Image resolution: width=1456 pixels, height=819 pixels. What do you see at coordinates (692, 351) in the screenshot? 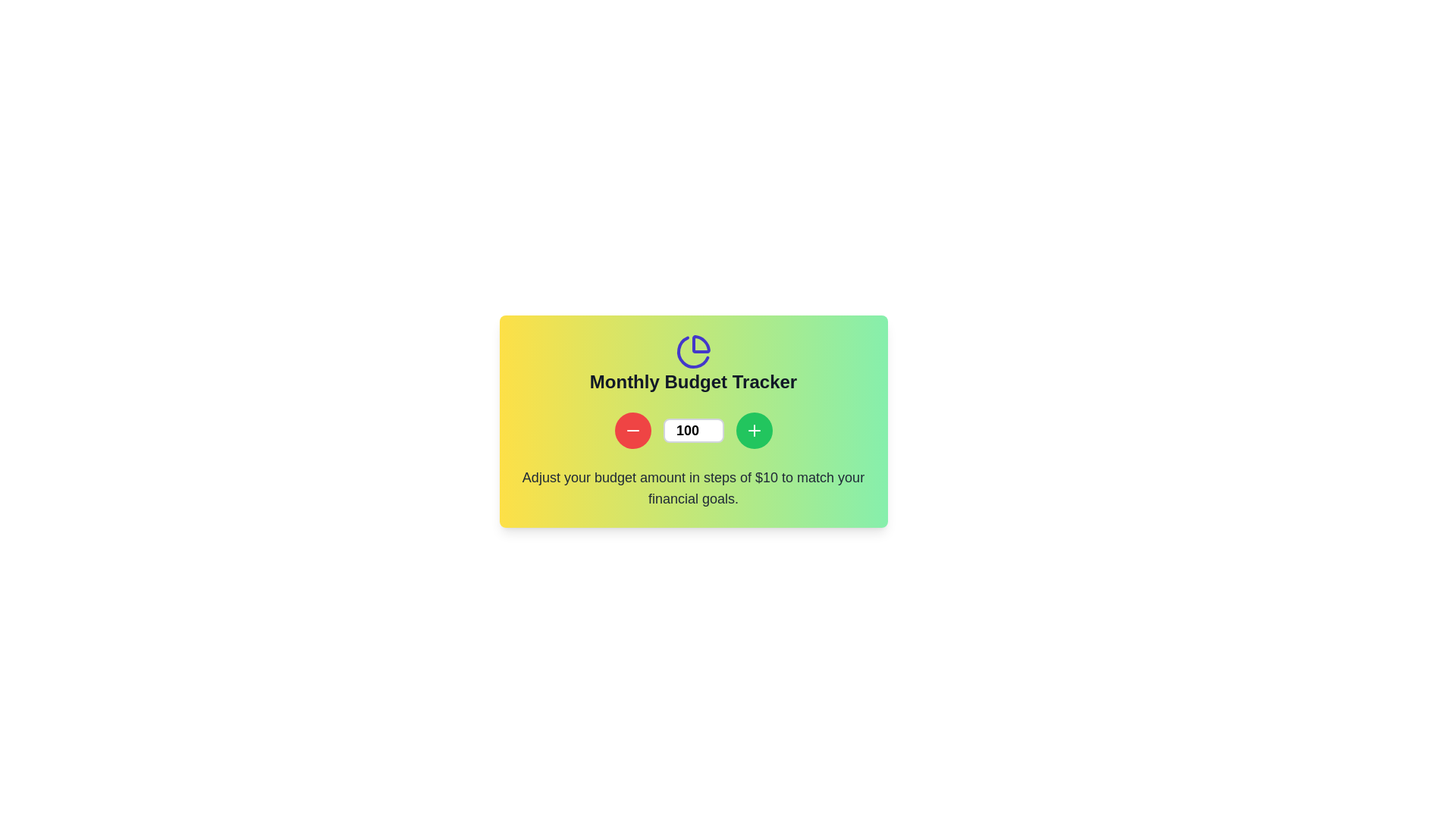
I see `the representation of the budget tracking icon located above the 'Monthly Budget Tracker' text` at bounding box center [692, 351].